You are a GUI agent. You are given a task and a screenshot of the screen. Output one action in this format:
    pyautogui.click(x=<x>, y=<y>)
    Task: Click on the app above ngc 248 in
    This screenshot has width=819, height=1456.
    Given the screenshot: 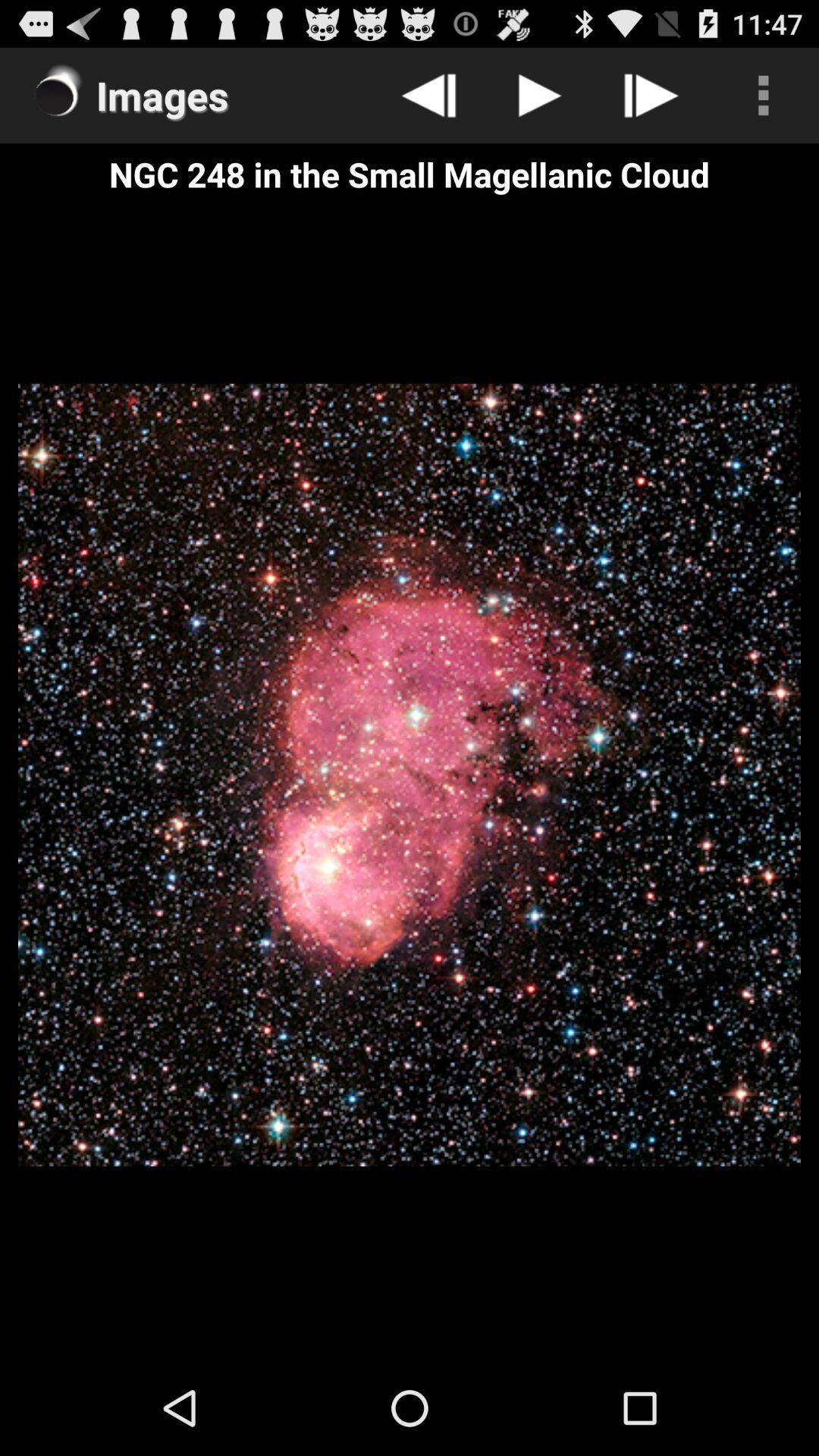 What is the action you would take?
    pyautogui.click(x=763, y=94)
    